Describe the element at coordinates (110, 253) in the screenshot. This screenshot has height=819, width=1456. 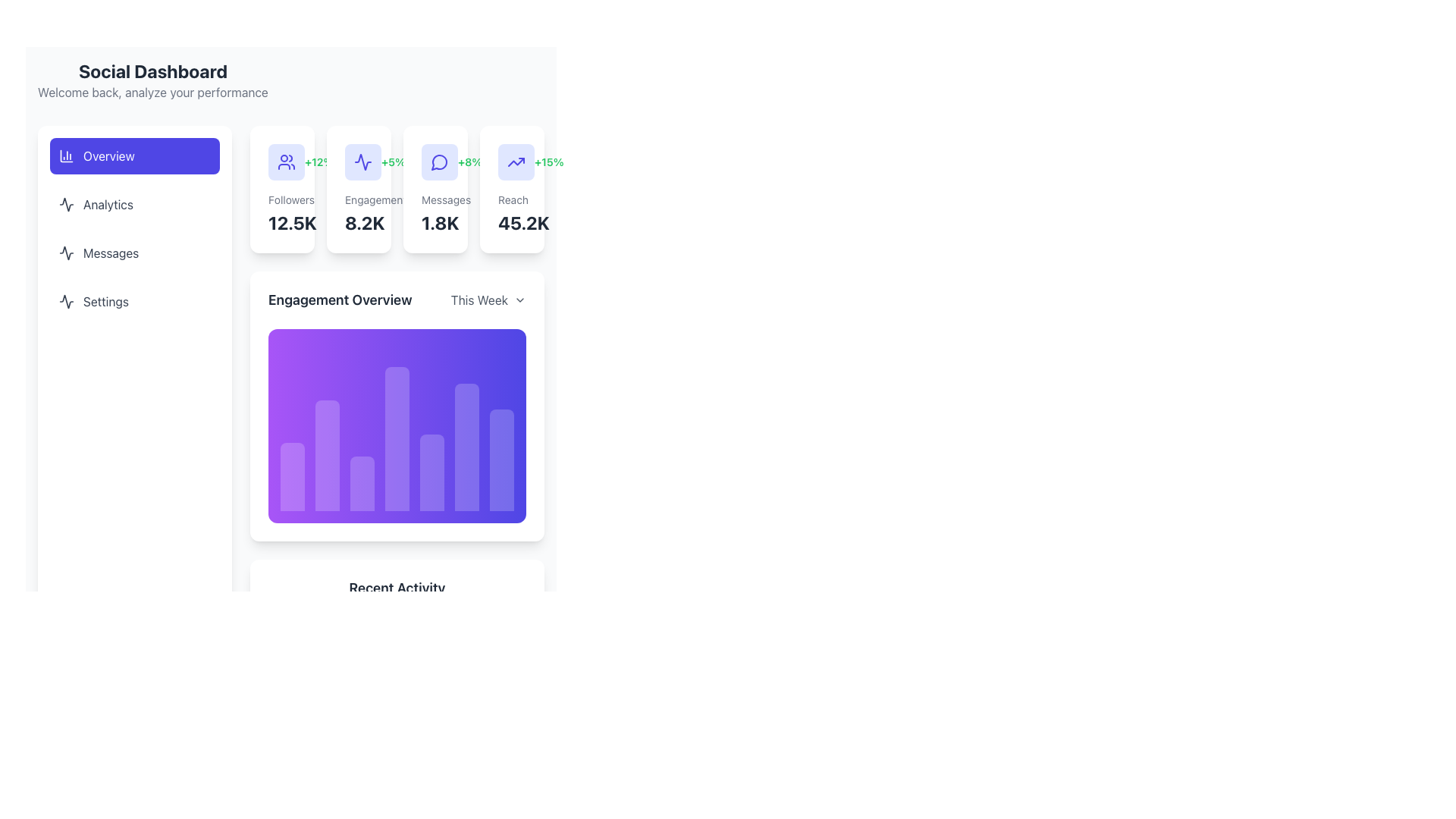
I see `the 'Messages' text label in the vertical navigation menu, which is styled with a 'capitalize' class and is located below the 'Analytics' option` at that location.